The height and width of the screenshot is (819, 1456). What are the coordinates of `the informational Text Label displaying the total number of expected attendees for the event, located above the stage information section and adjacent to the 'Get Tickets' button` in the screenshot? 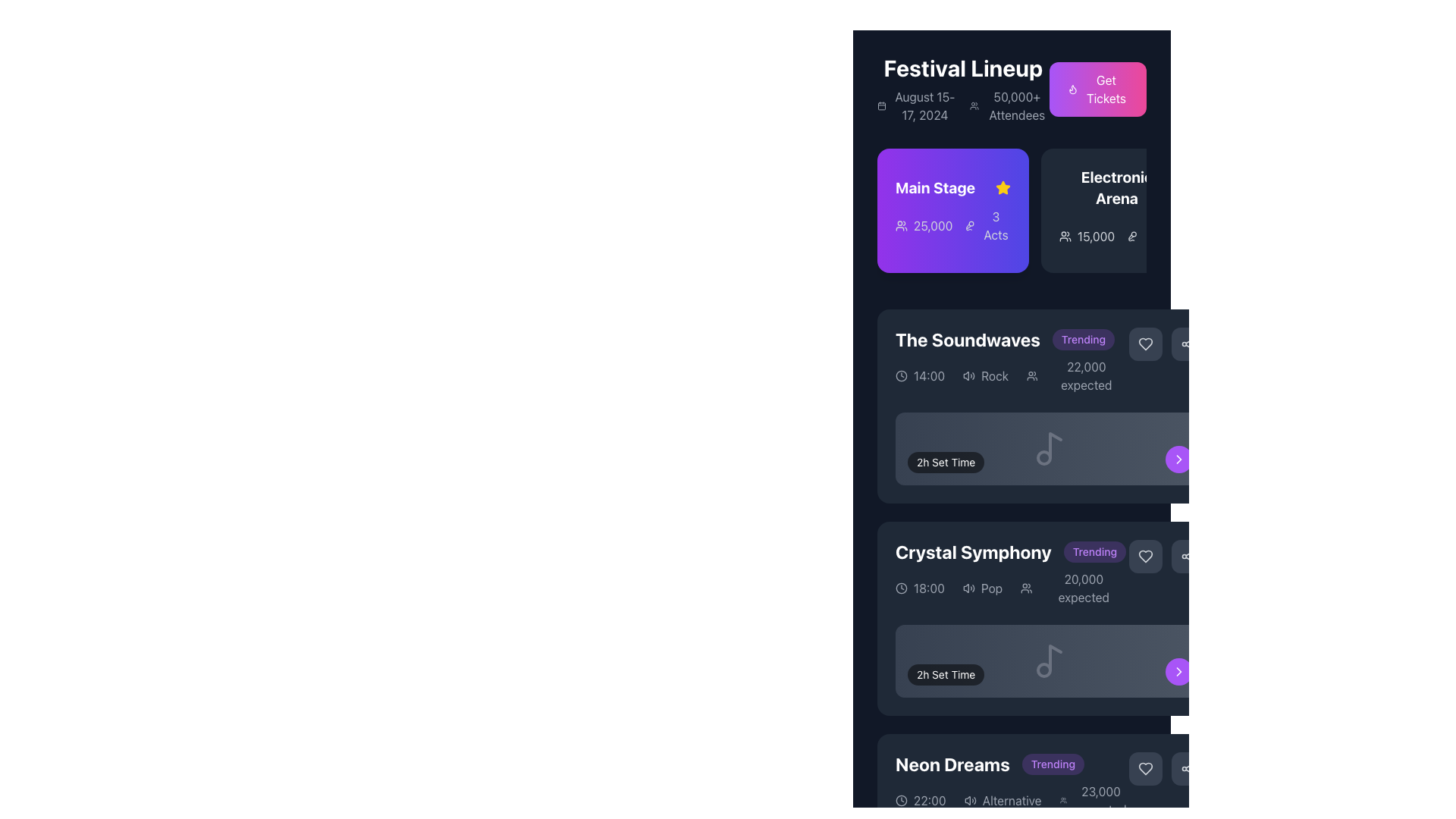 It's located at (1017, 105).